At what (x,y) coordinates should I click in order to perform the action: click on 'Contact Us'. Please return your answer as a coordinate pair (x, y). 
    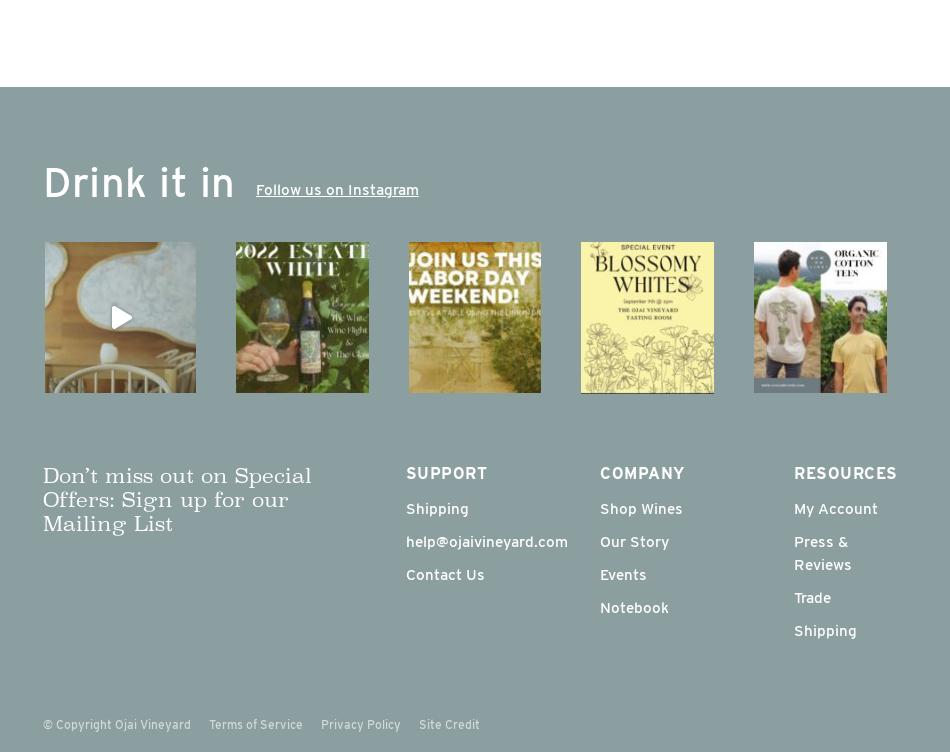
    Looking at the image, I should click on (443, 574).